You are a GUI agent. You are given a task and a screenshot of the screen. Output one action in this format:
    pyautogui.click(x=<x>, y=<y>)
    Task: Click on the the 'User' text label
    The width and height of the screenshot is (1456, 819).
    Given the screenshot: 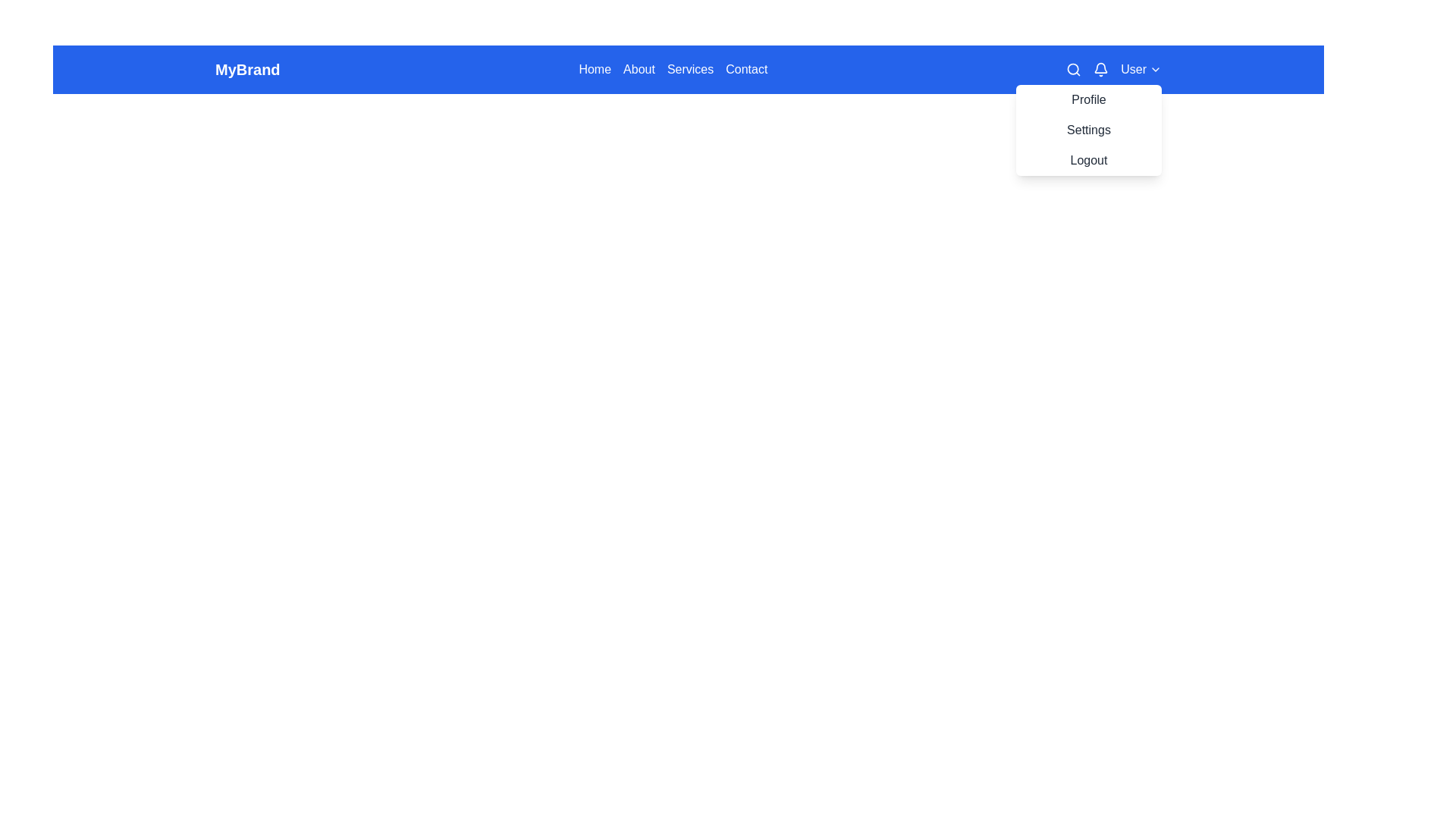 What is the action you would take?
    pyautogui.click(x=1134, y=70)
    